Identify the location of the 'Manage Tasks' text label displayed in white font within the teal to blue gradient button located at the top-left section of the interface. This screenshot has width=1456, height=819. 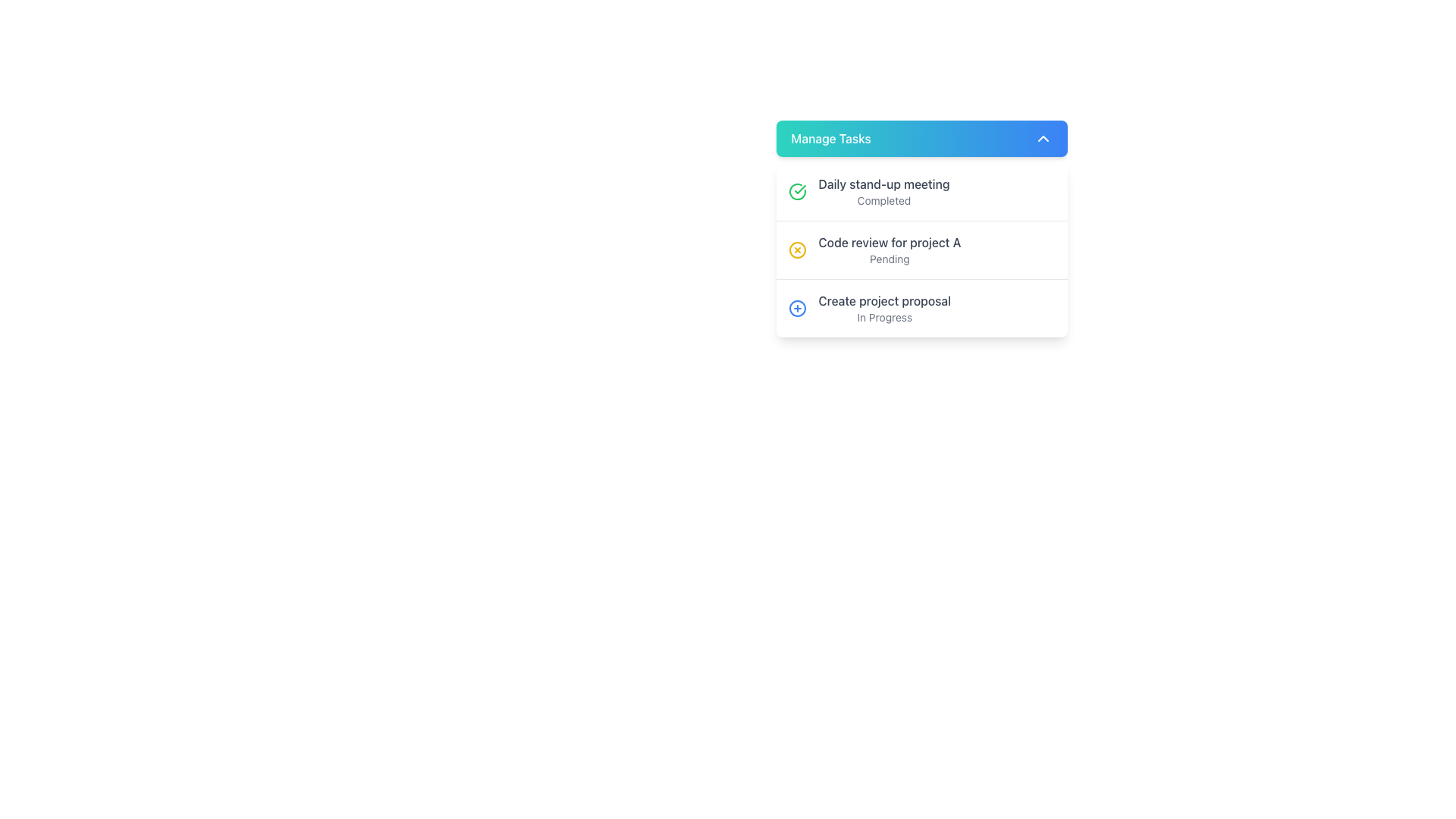
(830, 138).